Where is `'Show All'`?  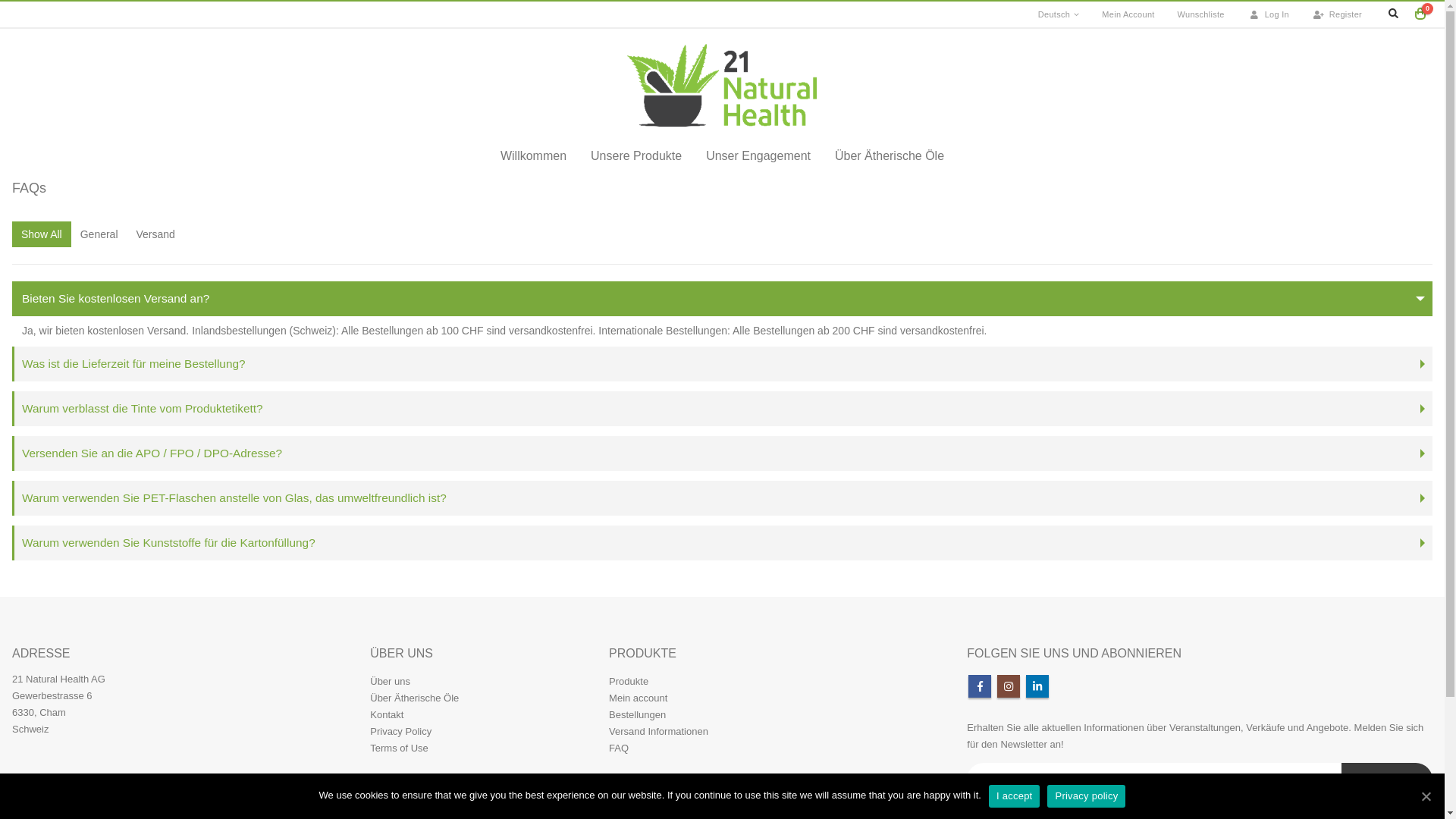
'Show All' is located at coordinates (41, 234).